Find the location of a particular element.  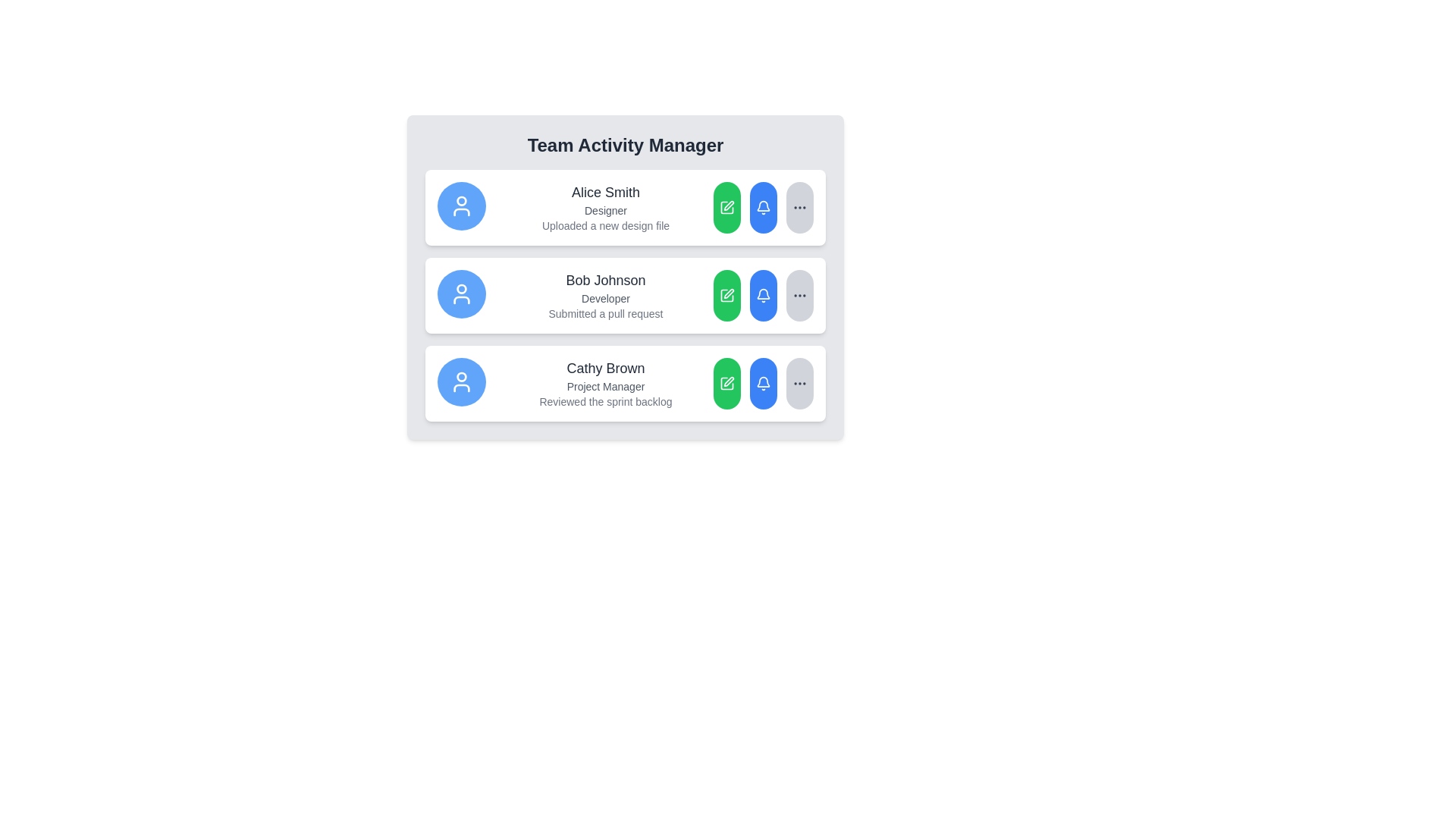

the second action icon with a green background associated with the user entry 'Cathy Brown' is located at coordinates (726, 382).